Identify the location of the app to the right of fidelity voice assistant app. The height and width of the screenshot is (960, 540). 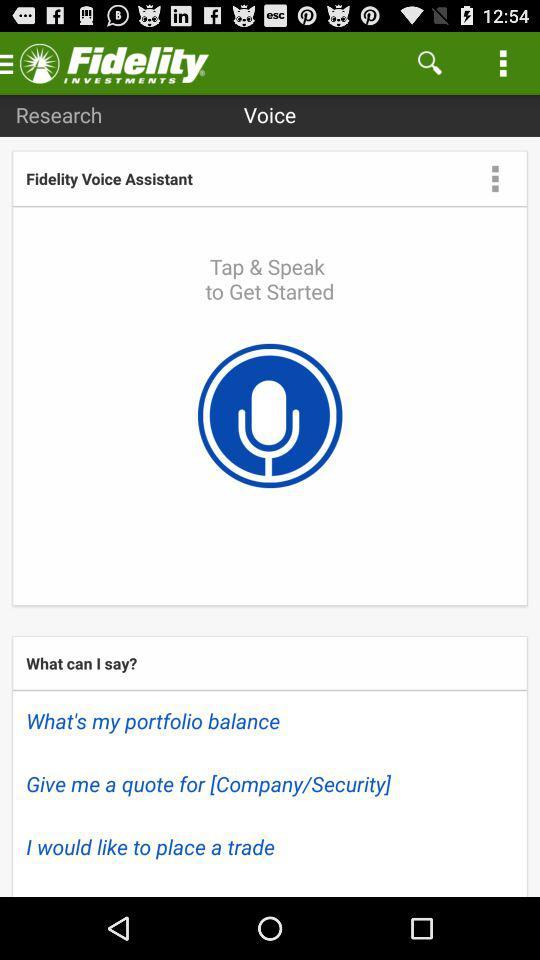
(494, 177).